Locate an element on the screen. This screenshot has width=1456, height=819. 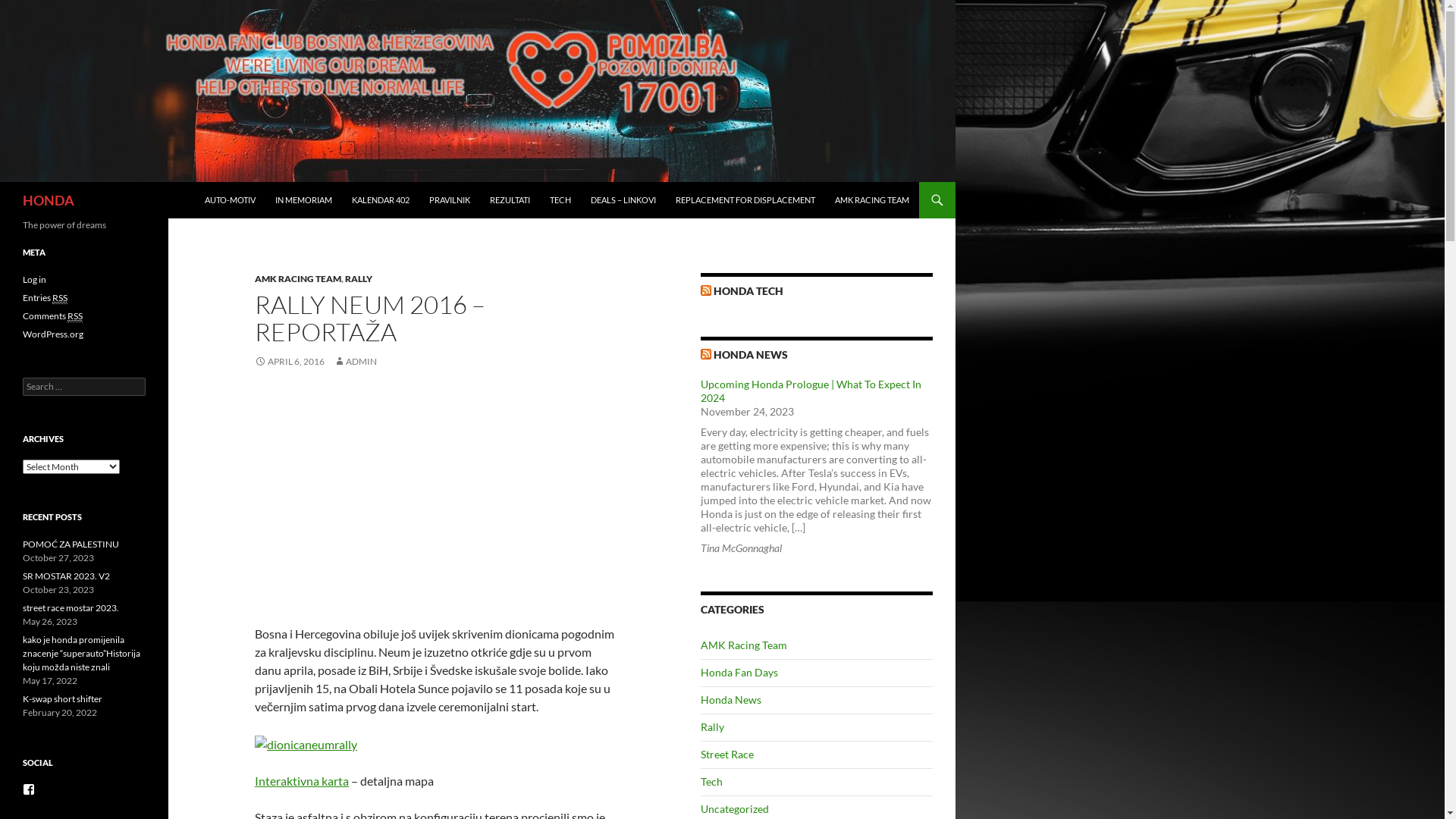
'Search' is located at coordinates (29, 8).